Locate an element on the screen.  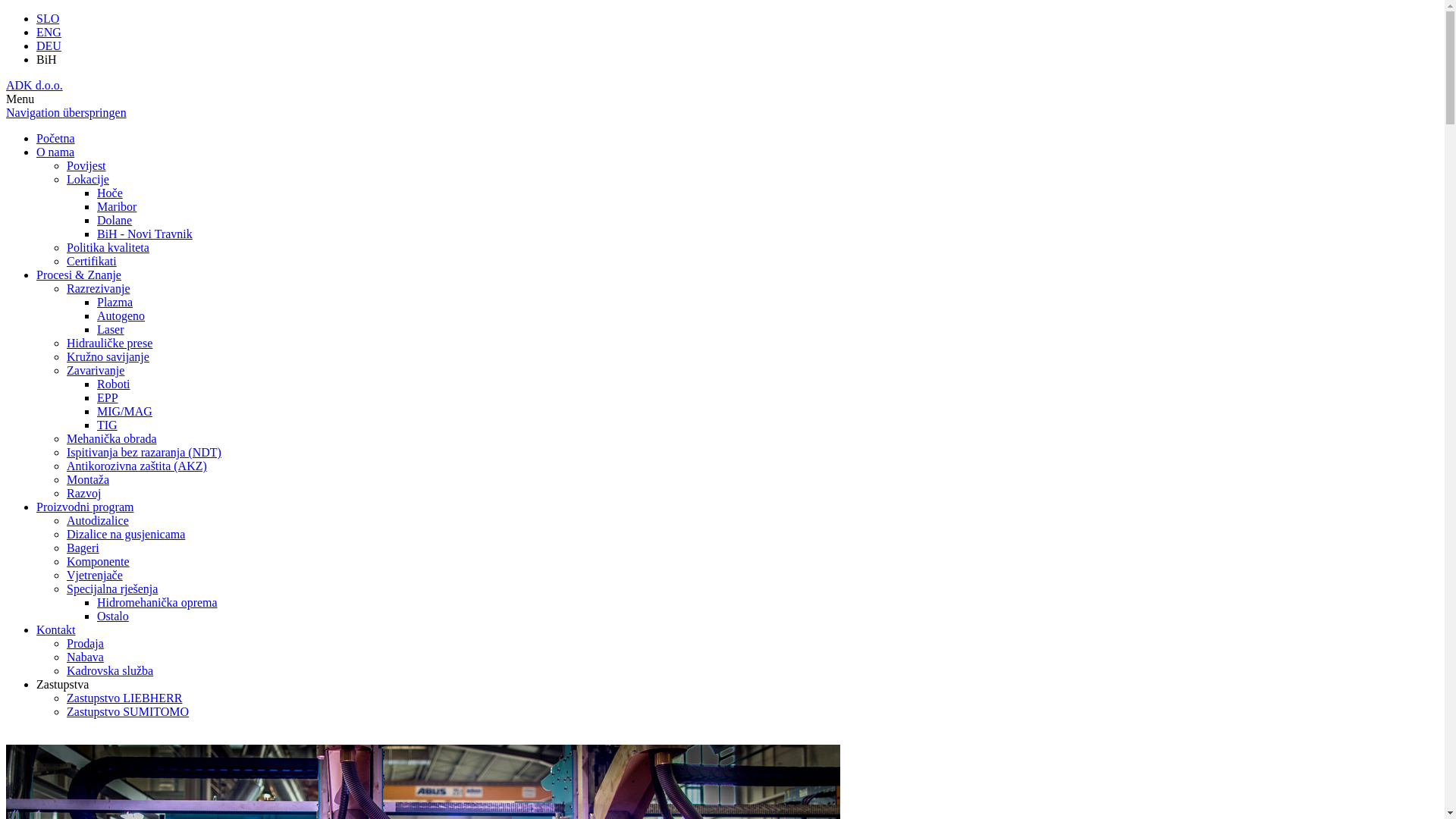
'Procesi & Znanje' is located at coordinates (36, 275).